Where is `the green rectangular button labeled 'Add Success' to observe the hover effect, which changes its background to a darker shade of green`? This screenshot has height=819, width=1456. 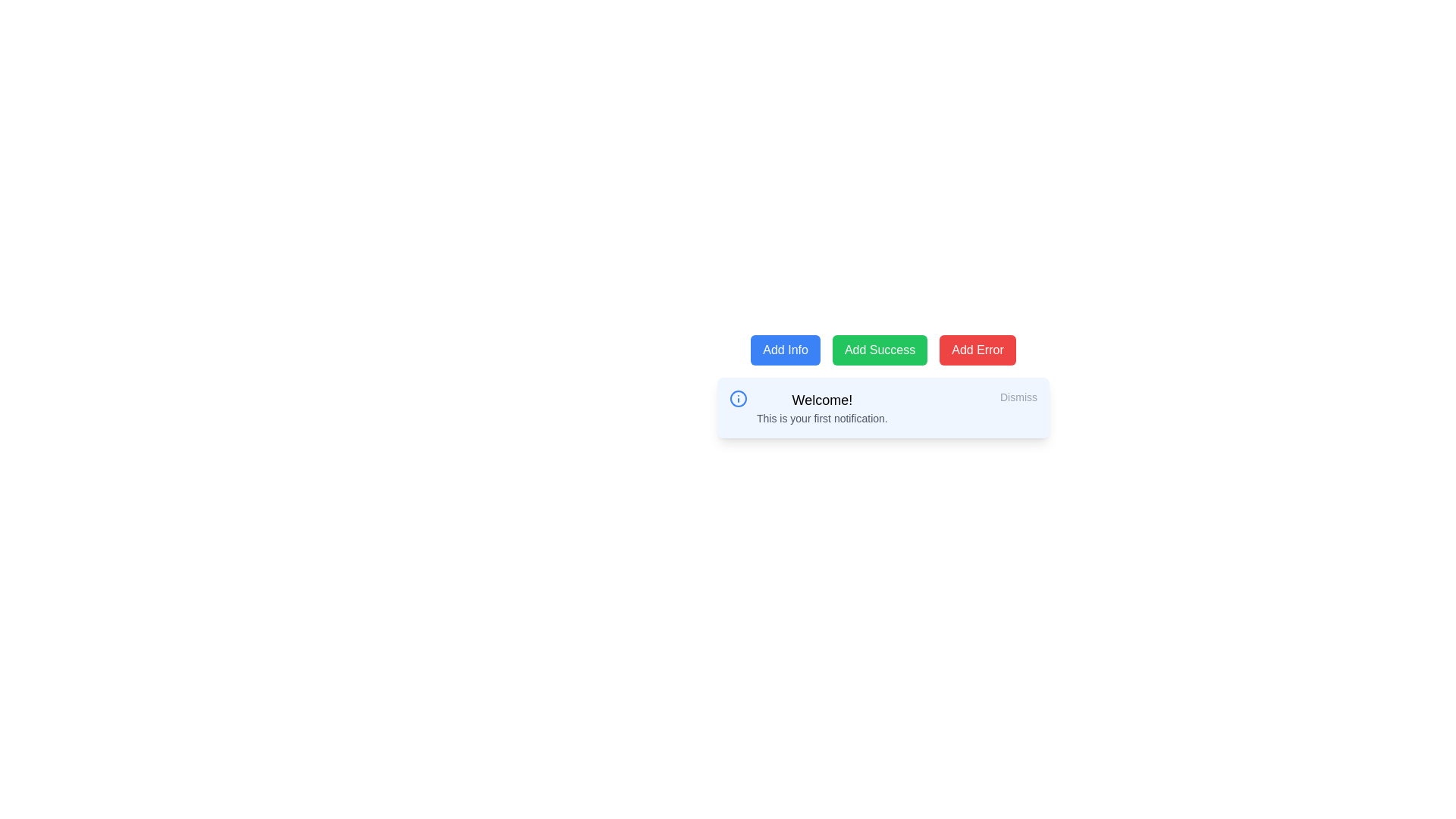 the green rectangular button labeled 'Add Success' to observe the hover effect, which changes its background to a darker shade of green is located at coordinates (880, 350).